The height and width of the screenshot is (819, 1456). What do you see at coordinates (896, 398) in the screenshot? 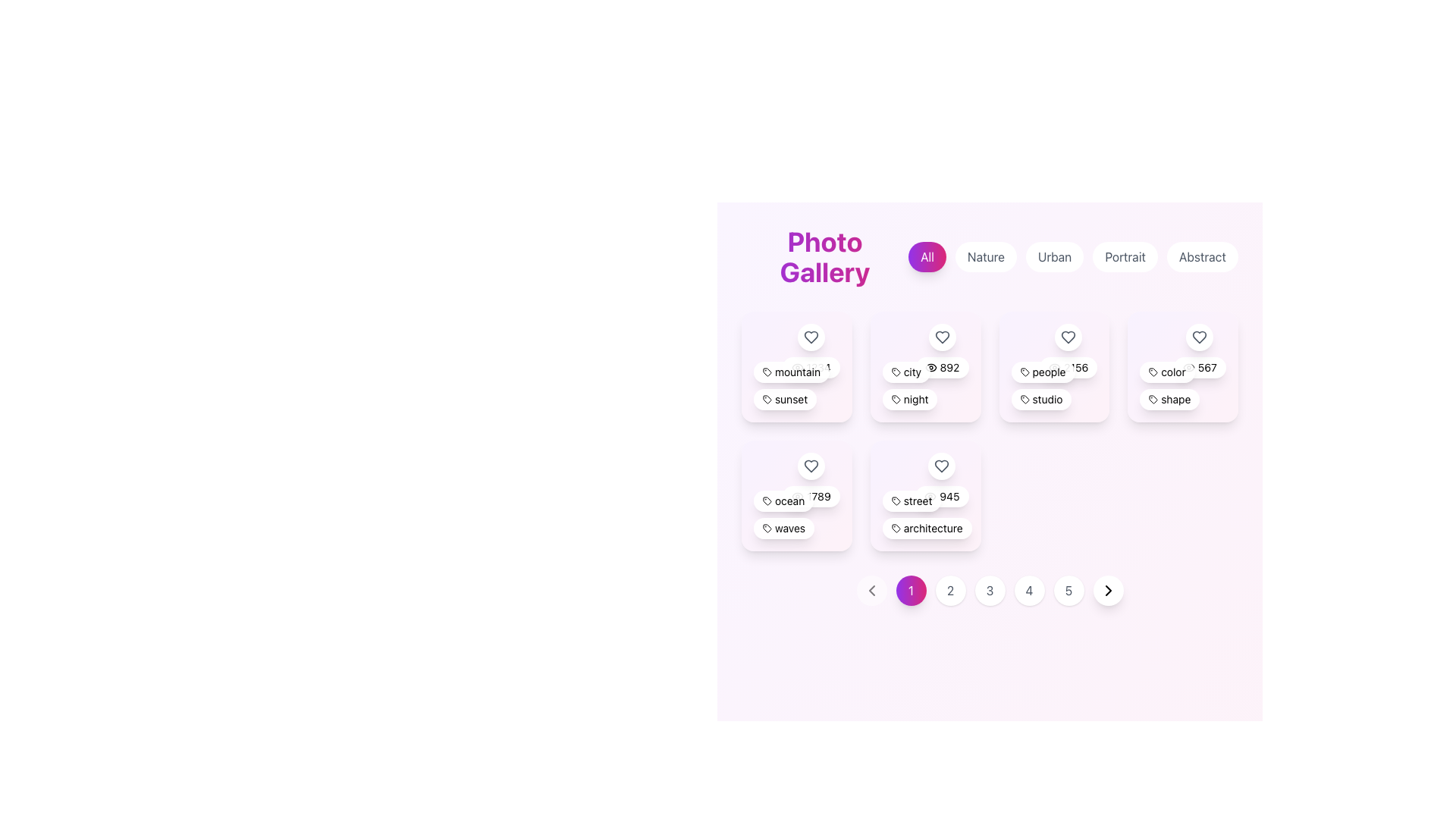
I see `the tag-shaped icon represented as an SVG graphic, located in the second column of the first row of the grid layout` at bounding box center [896, 398].